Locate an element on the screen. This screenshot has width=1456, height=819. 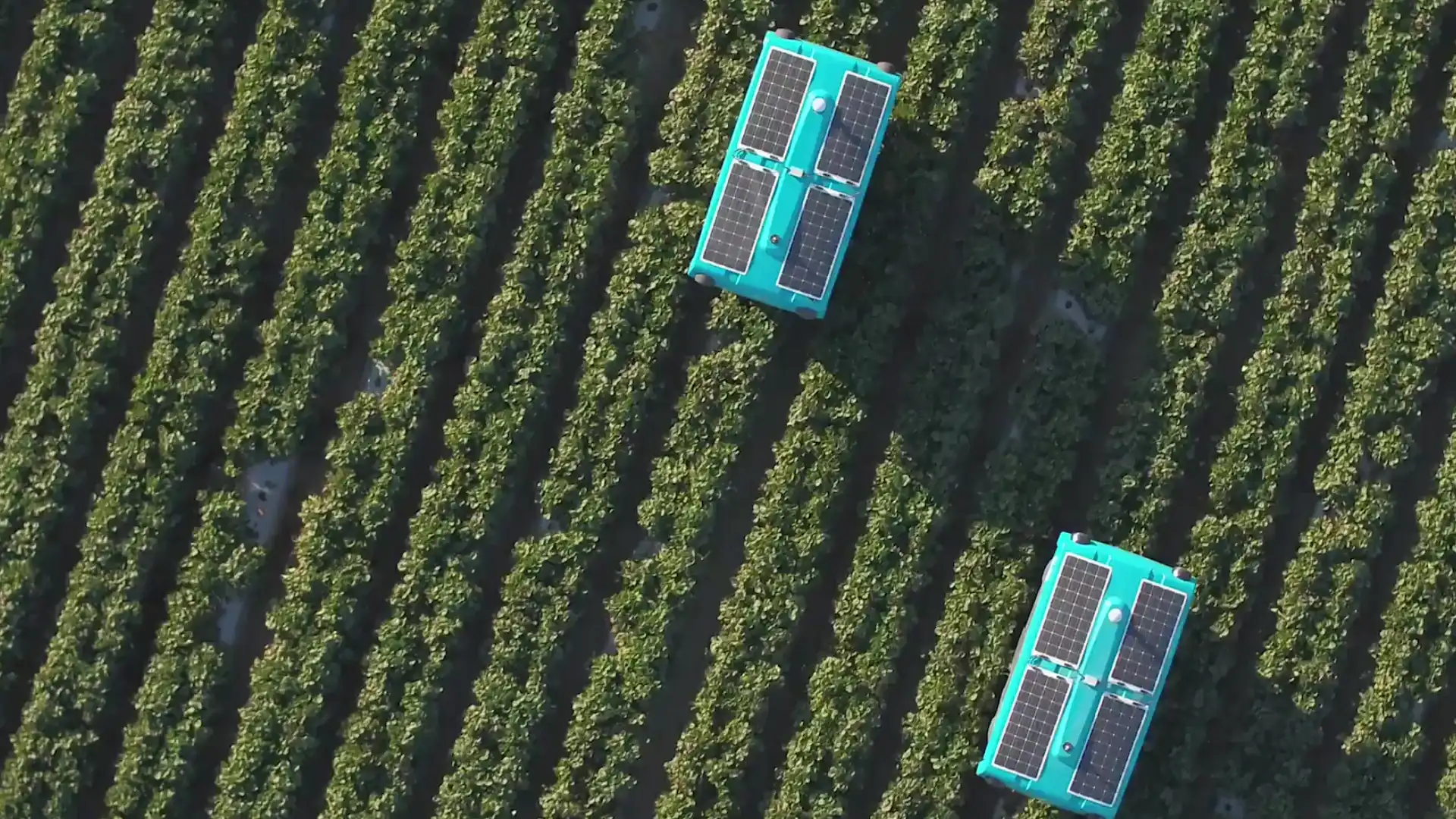
Dandelion graduates Dandelion, a project using geothermal energy to sustainably and affordably heat and cool homes, graduates from X as an independent company outside Alphabet and begins offering services in the northeastern United States. is located at coordinates (768, 567).